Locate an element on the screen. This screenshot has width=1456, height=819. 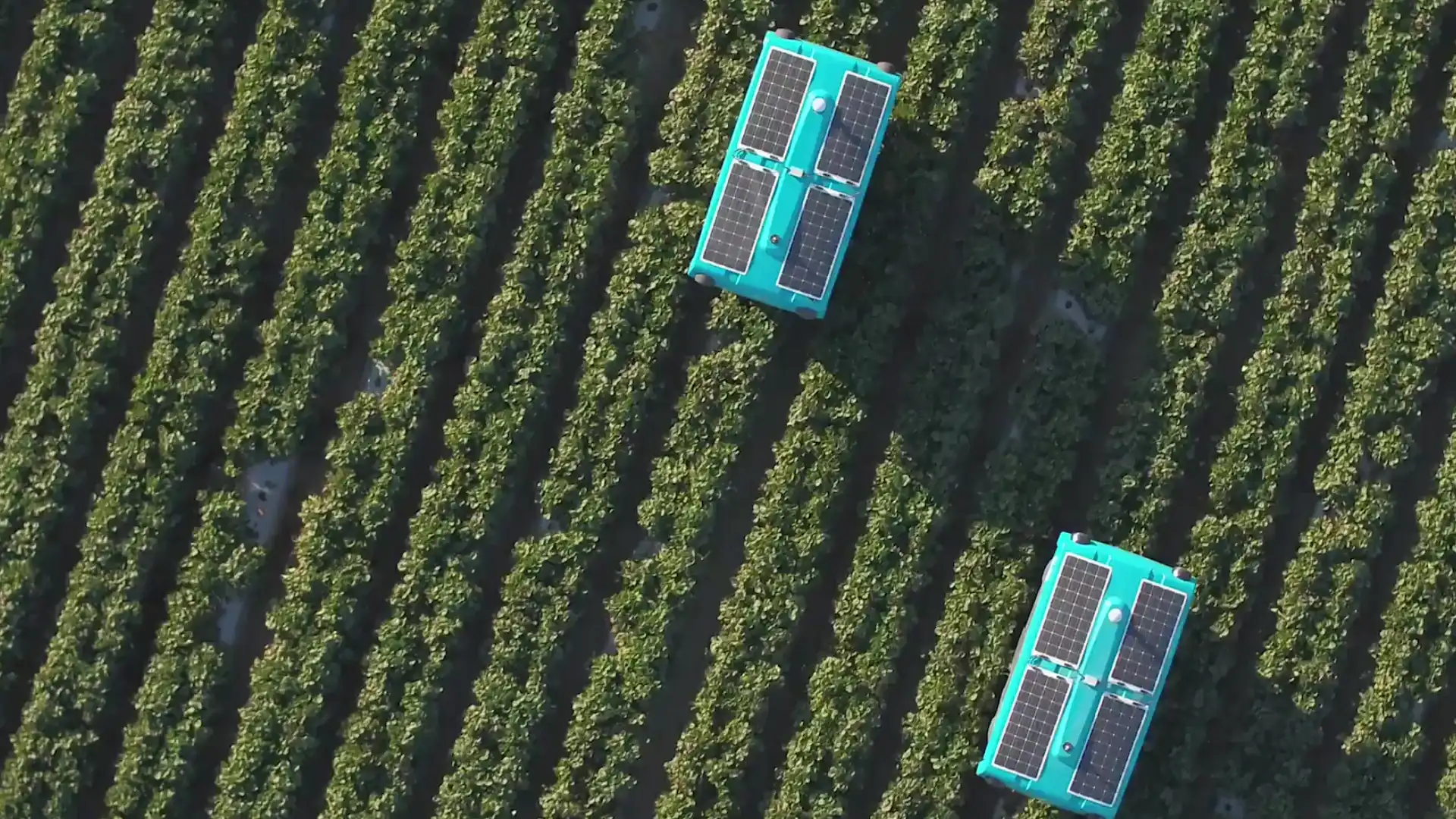
Dandelion graduates Dandelion, a project using geothermal energy to sustainably and affordably heat and cool homes, graduates from X as an independent company outside Alphabet and begins offering services in the northeastern United States. is located at coordinates (768, 567).